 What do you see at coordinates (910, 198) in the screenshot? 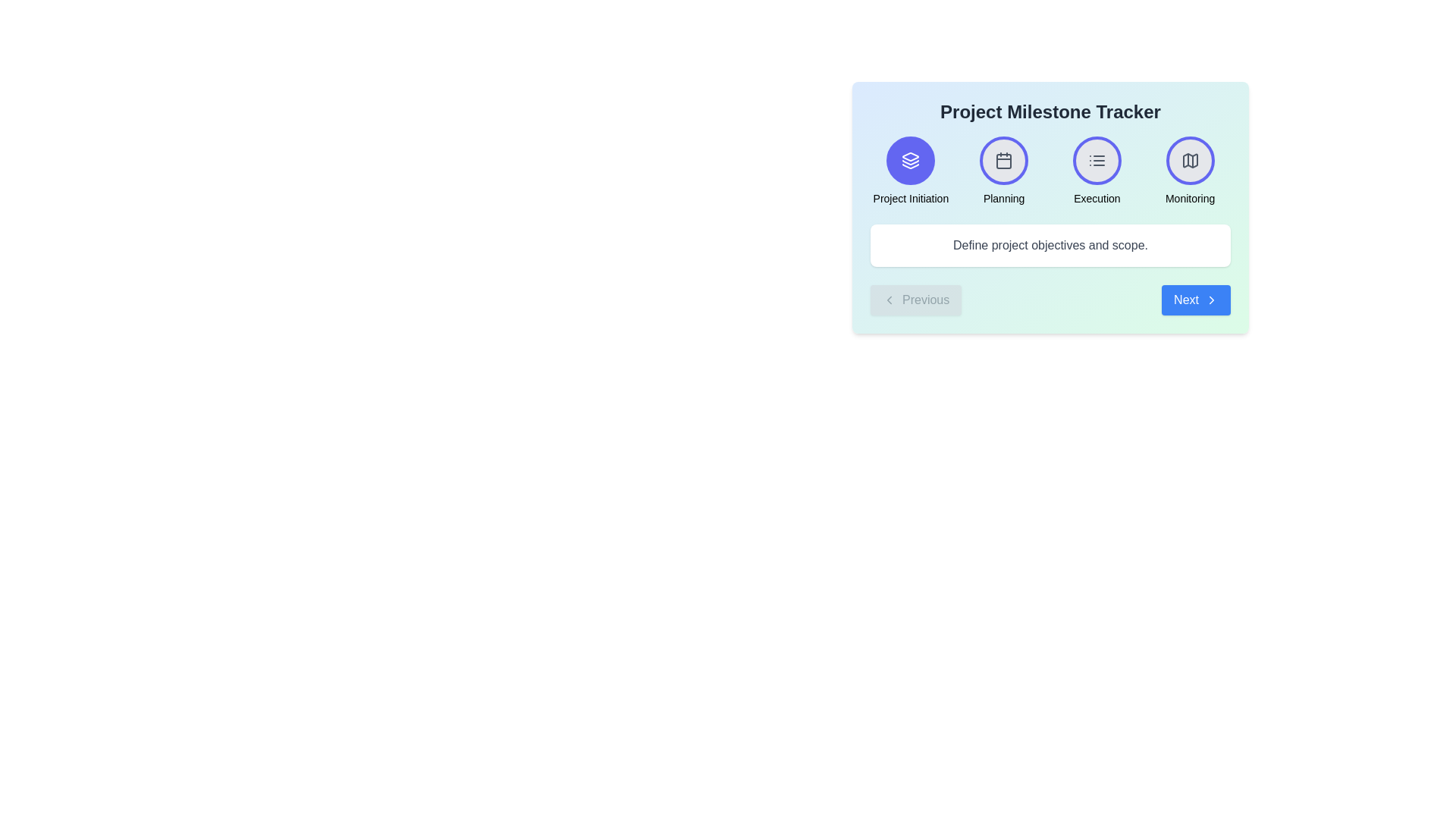
I see `the text label displaying 'Project Initiation', which is positioned beneath the circular icon representing it, and is the first milestone in the sequence of four milestones` at bounding box center [910, 198].